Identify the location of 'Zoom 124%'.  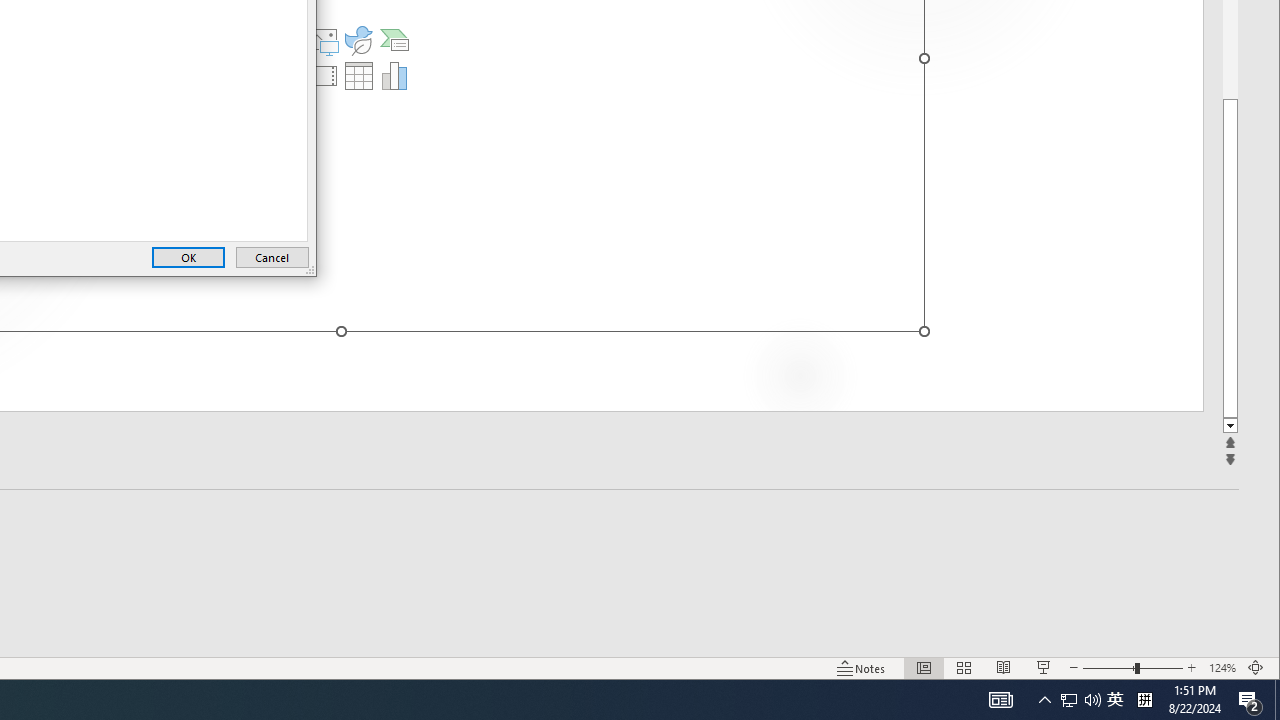
(1221, 668).